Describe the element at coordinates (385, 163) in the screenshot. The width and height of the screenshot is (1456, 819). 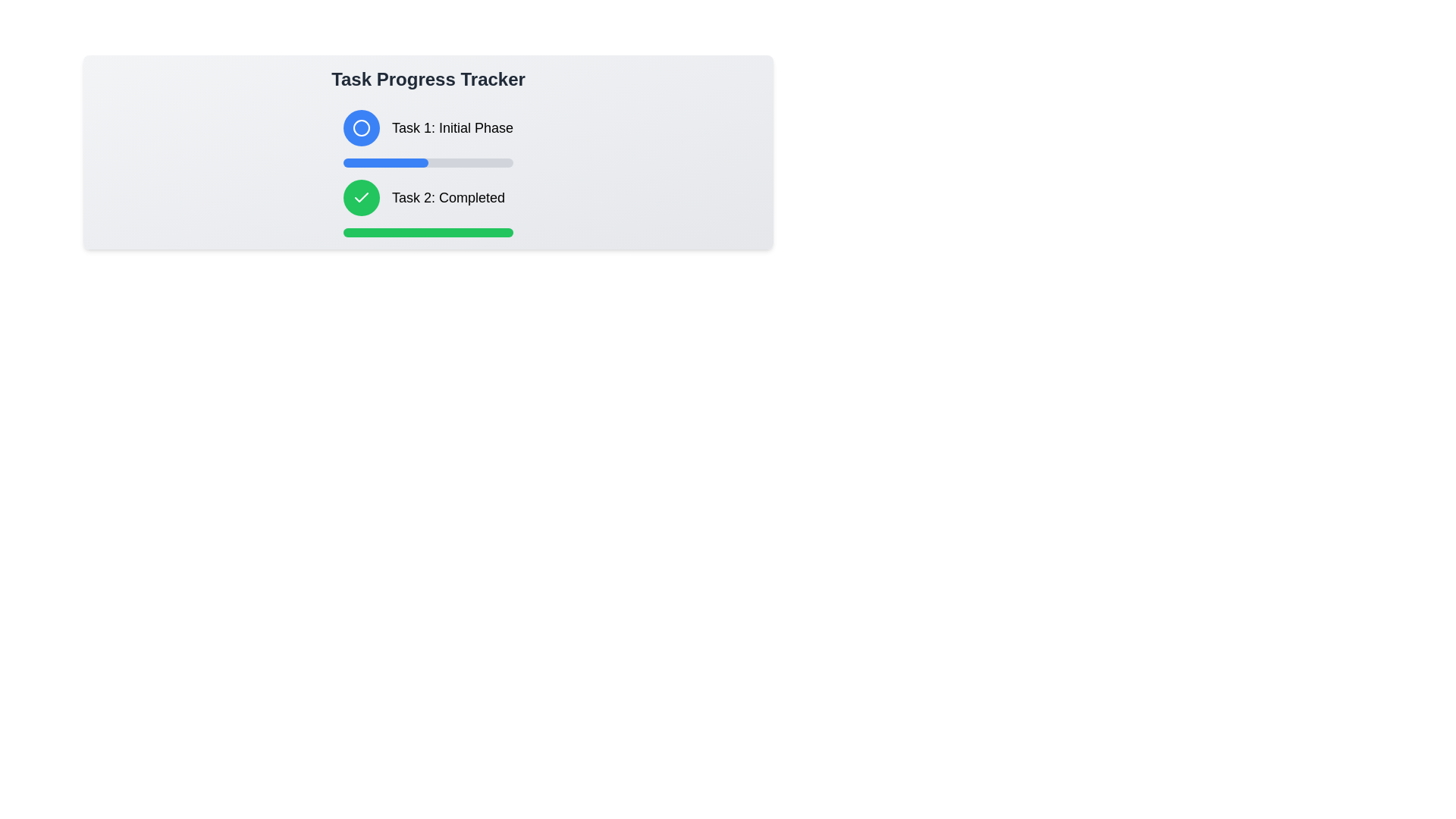
I see `the blue progress bar segment that represents 50% progress beneath 'Task 1: Initial Phase'` at that location.